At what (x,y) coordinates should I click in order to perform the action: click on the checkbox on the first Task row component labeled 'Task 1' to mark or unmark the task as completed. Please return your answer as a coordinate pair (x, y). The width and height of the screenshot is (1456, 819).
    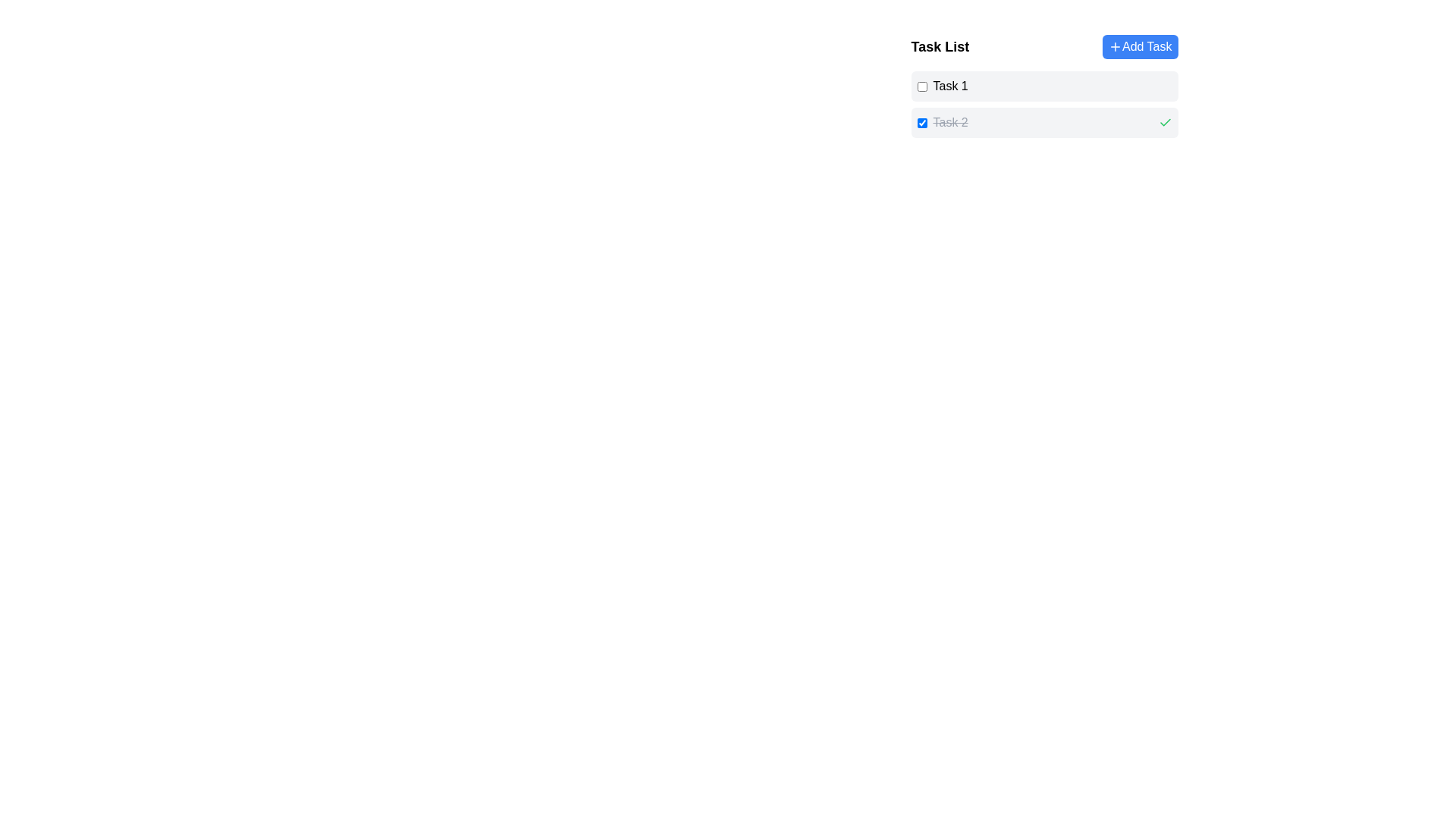
    Looking at the image, I should click on (1043, 86).